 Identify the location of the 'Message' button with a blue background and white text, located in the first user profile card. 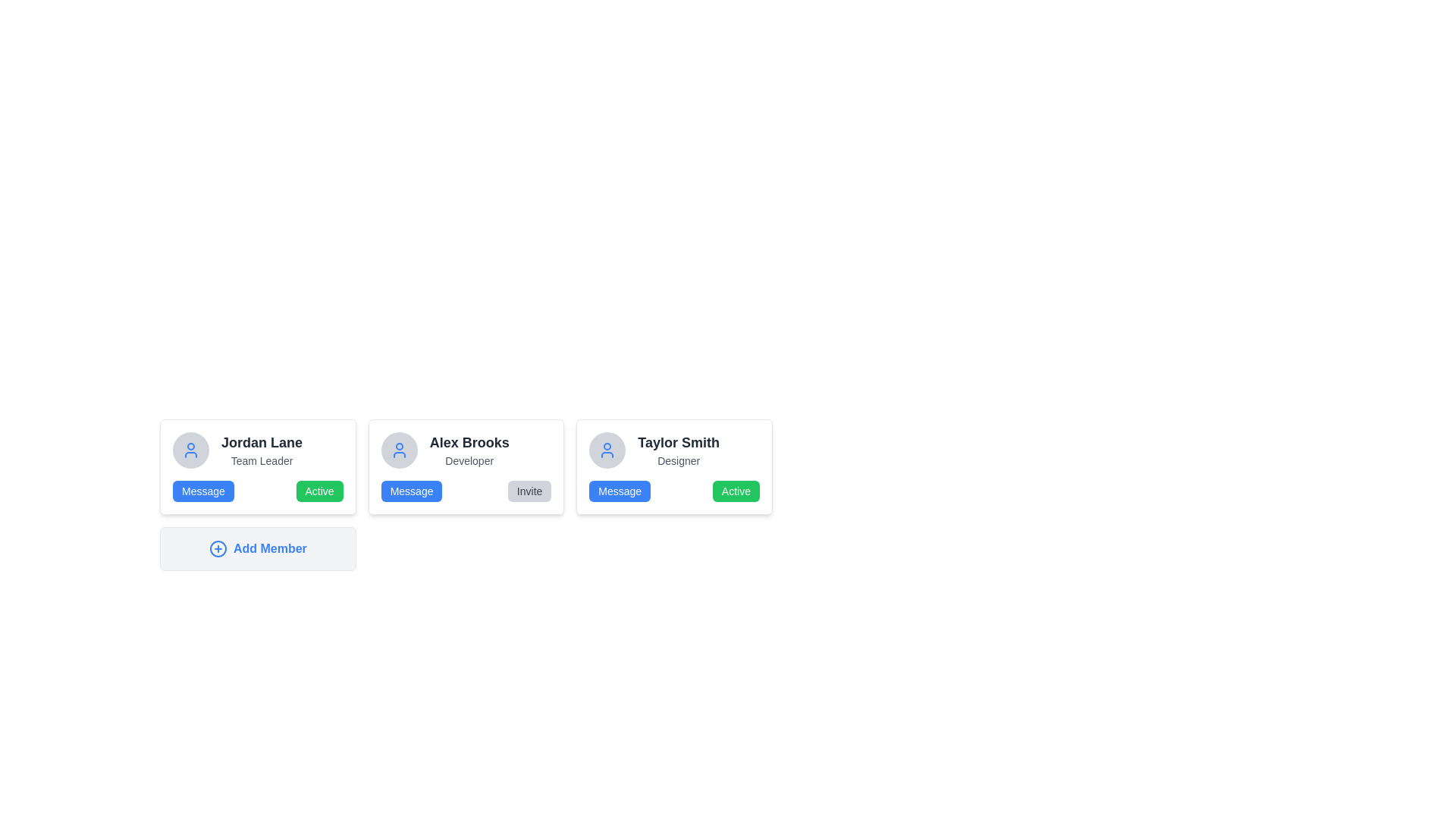
(202, 491).